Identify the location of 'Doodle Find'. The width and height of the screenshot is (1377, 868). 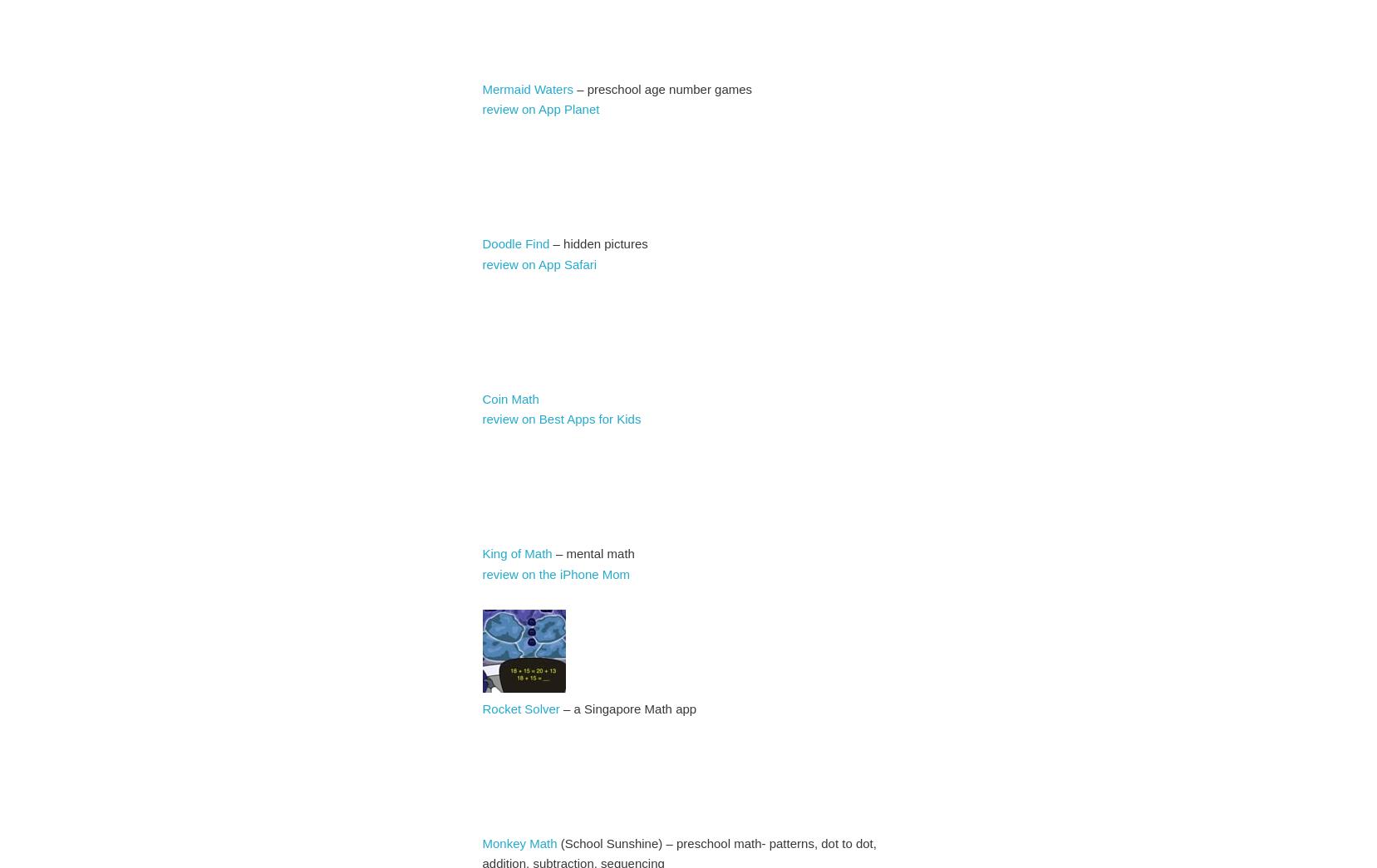
(481, 243).